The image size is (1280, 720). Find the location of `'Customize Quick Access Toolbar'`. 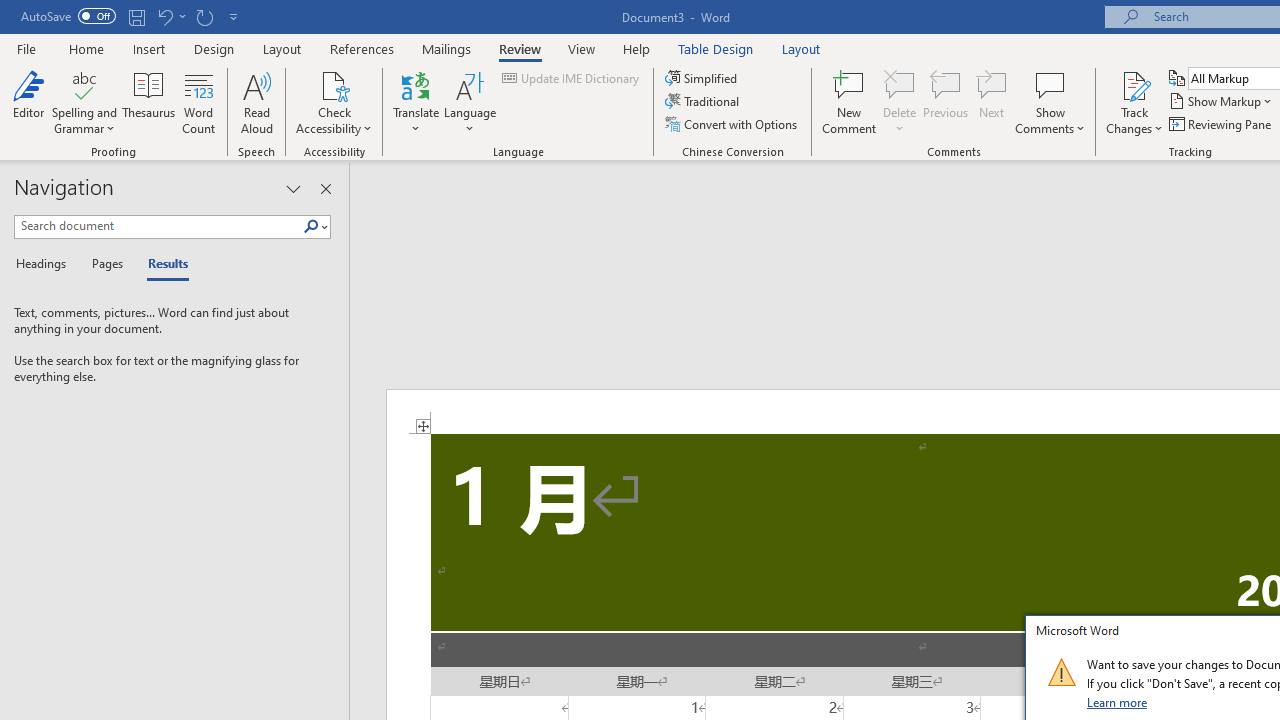

'Customize Quick Access Toolbar' is located at coordinates (234, 16).